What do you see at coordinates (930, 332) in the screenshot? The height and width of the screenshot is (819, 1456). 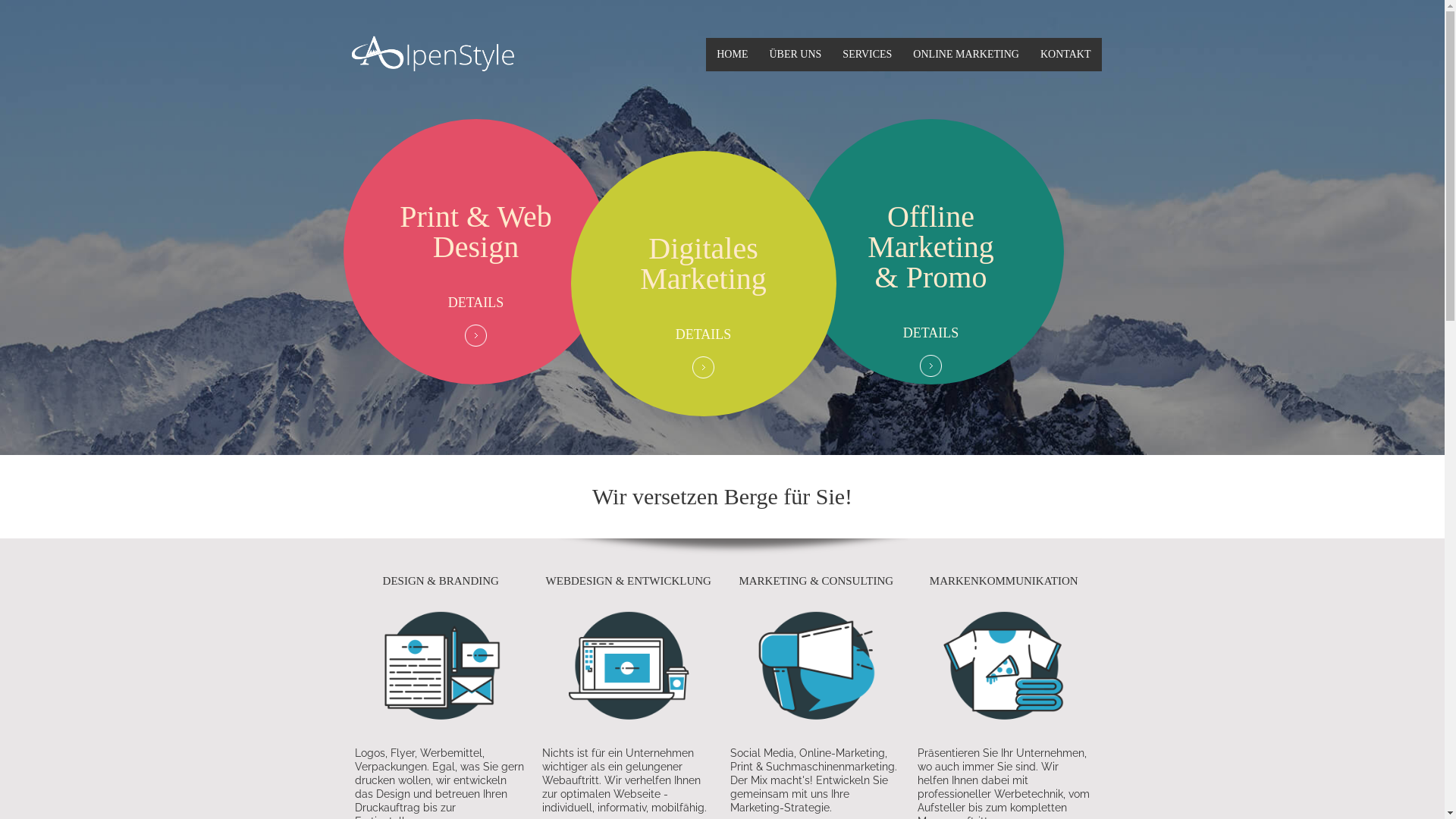 I see `'DETAILS'` at bounding box center [930, 332].